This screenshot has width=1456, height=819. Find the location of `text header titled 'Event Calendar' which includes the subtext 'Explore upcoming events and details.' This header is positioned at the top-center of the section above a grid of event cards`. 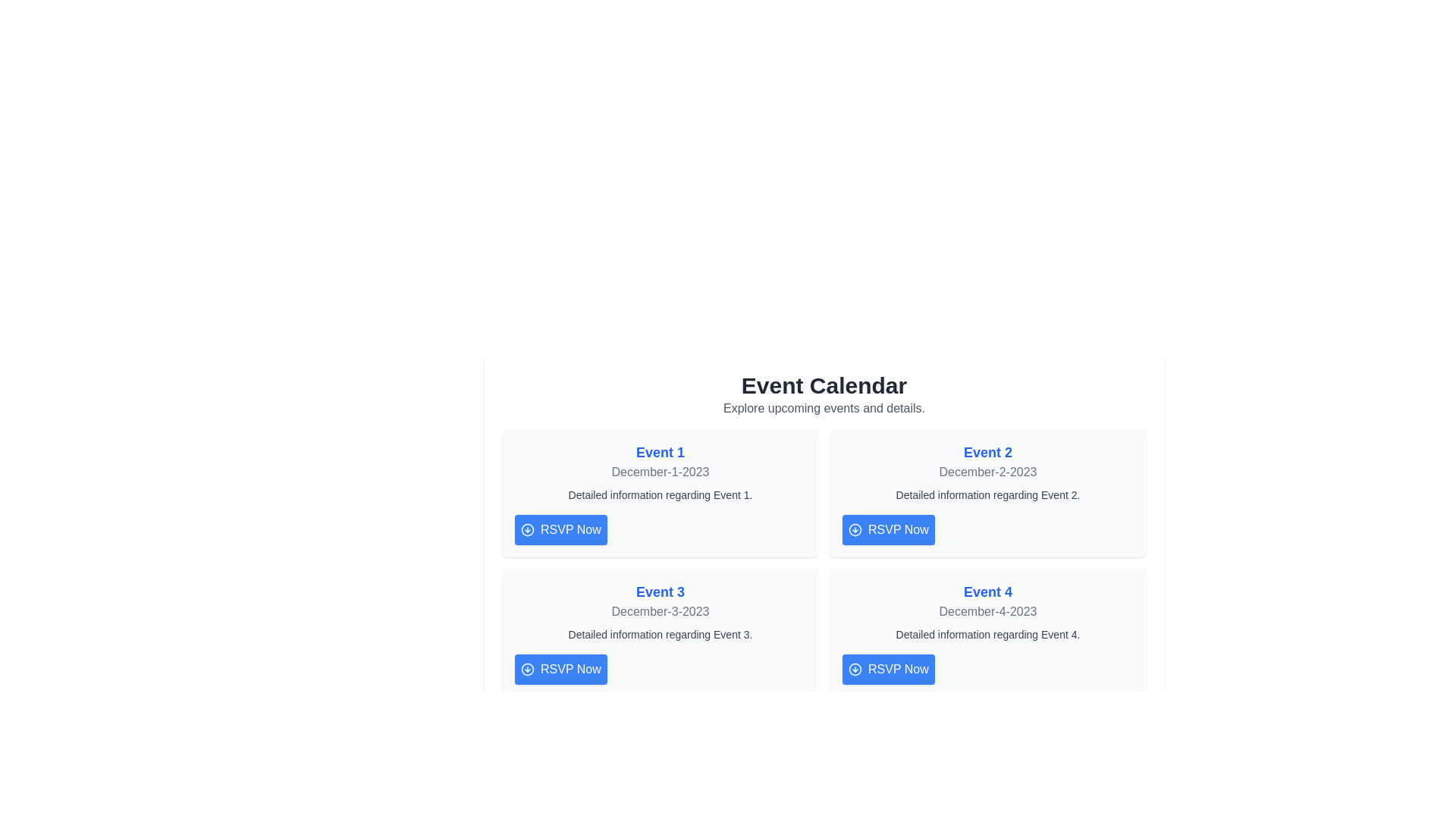

text header titled 'Event Calendar' which includes the subtext 'Explore upcoming events and details.' This header is positioned at the top-center of the section above a grid of event cards is located at coordinates (823, 394).